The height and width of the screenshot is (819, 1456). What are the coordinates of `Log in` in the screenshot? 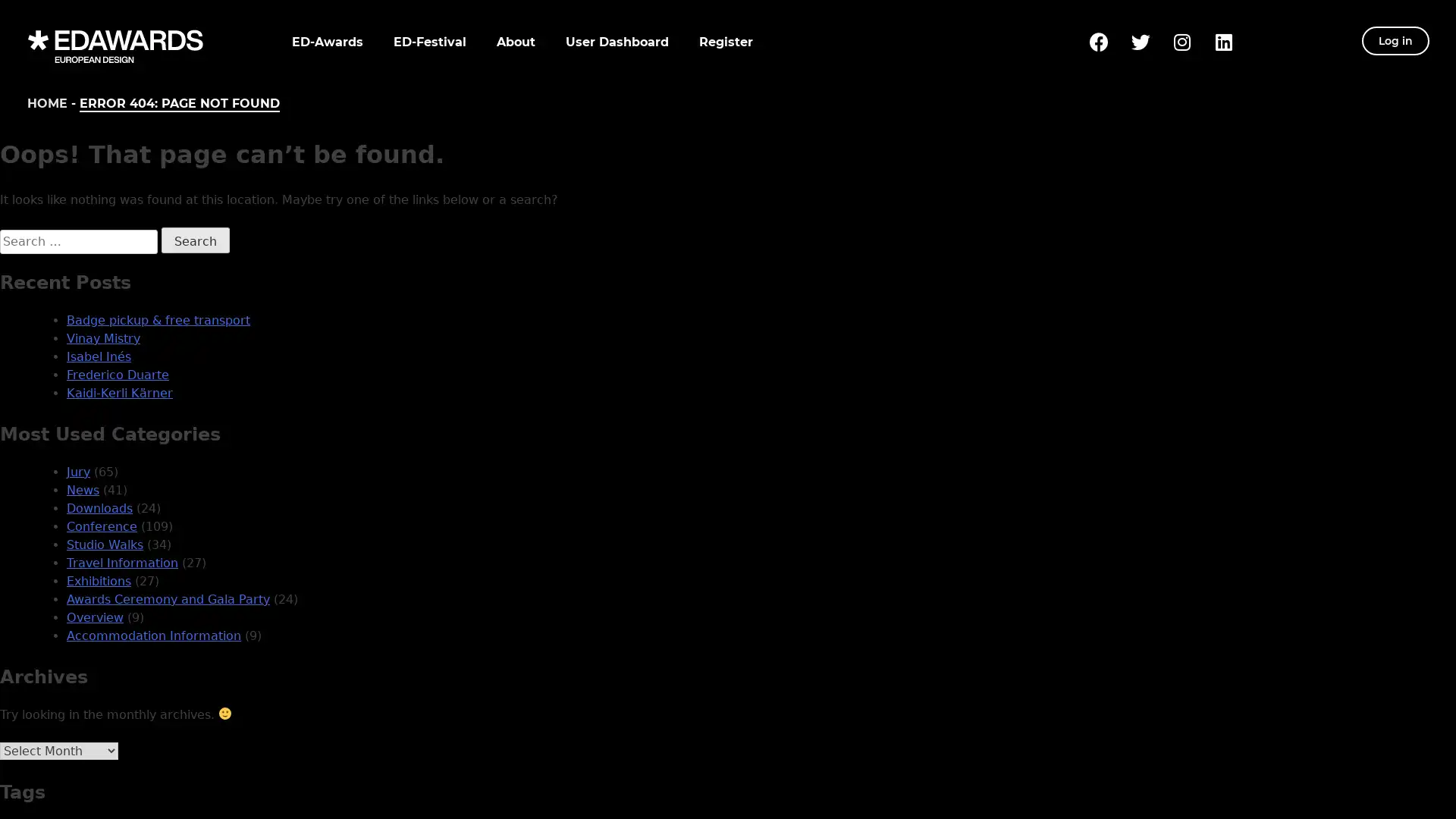 It's located at (1395, 40).